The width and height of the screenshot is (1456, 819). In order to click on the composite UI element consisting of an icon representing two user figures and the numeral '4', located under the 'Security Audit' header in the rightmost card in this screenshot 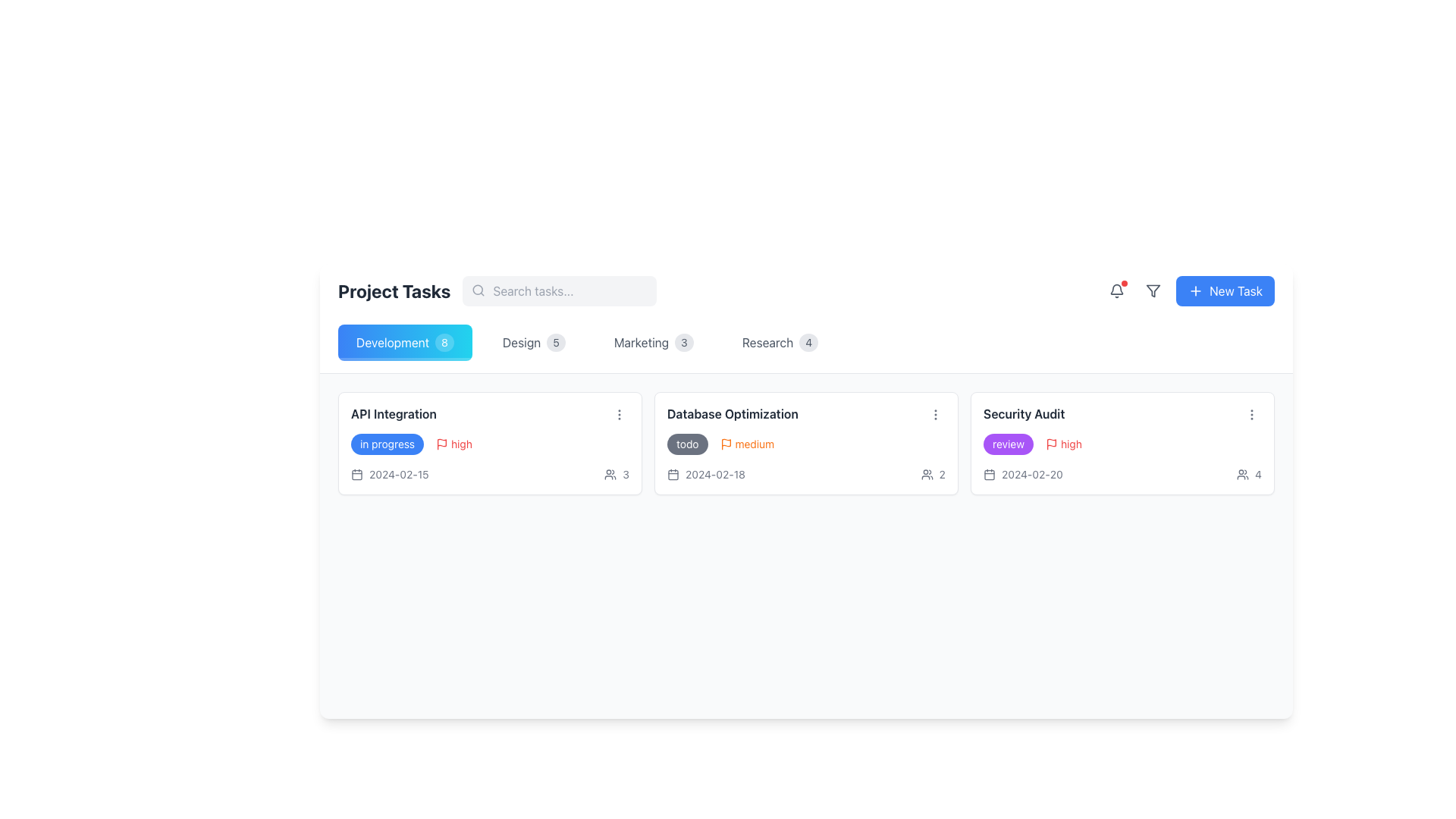, I will do `click(1249, 473)`.